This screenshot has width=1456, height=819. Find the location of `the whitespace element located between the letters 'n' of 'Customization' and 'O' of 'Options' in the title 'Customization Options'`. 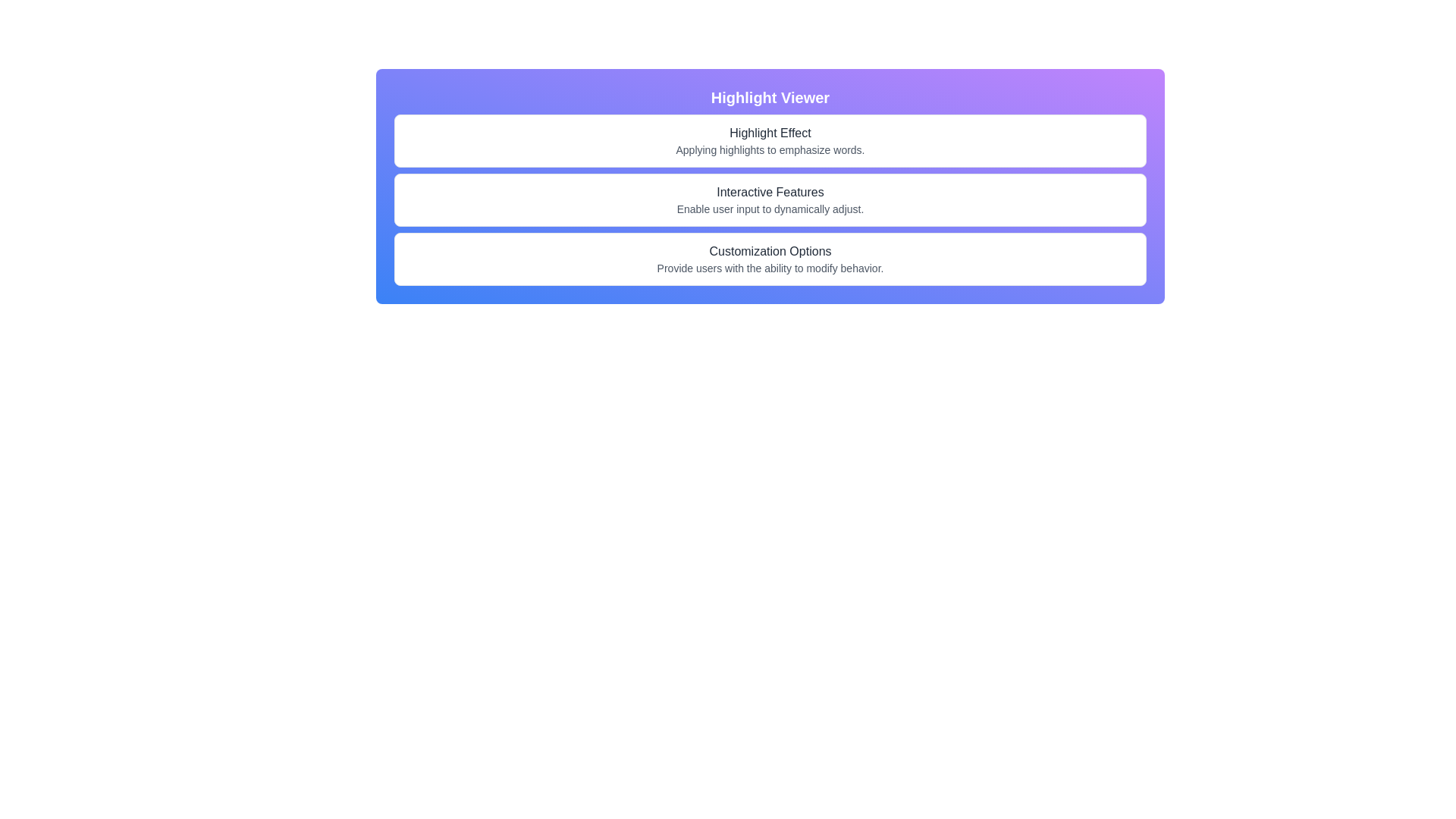

the whitespace element located between the letters 'n' of 'Customization' and 'O' of 'Options' in the title 'Customization Options' is located at coordinates (788, 250).